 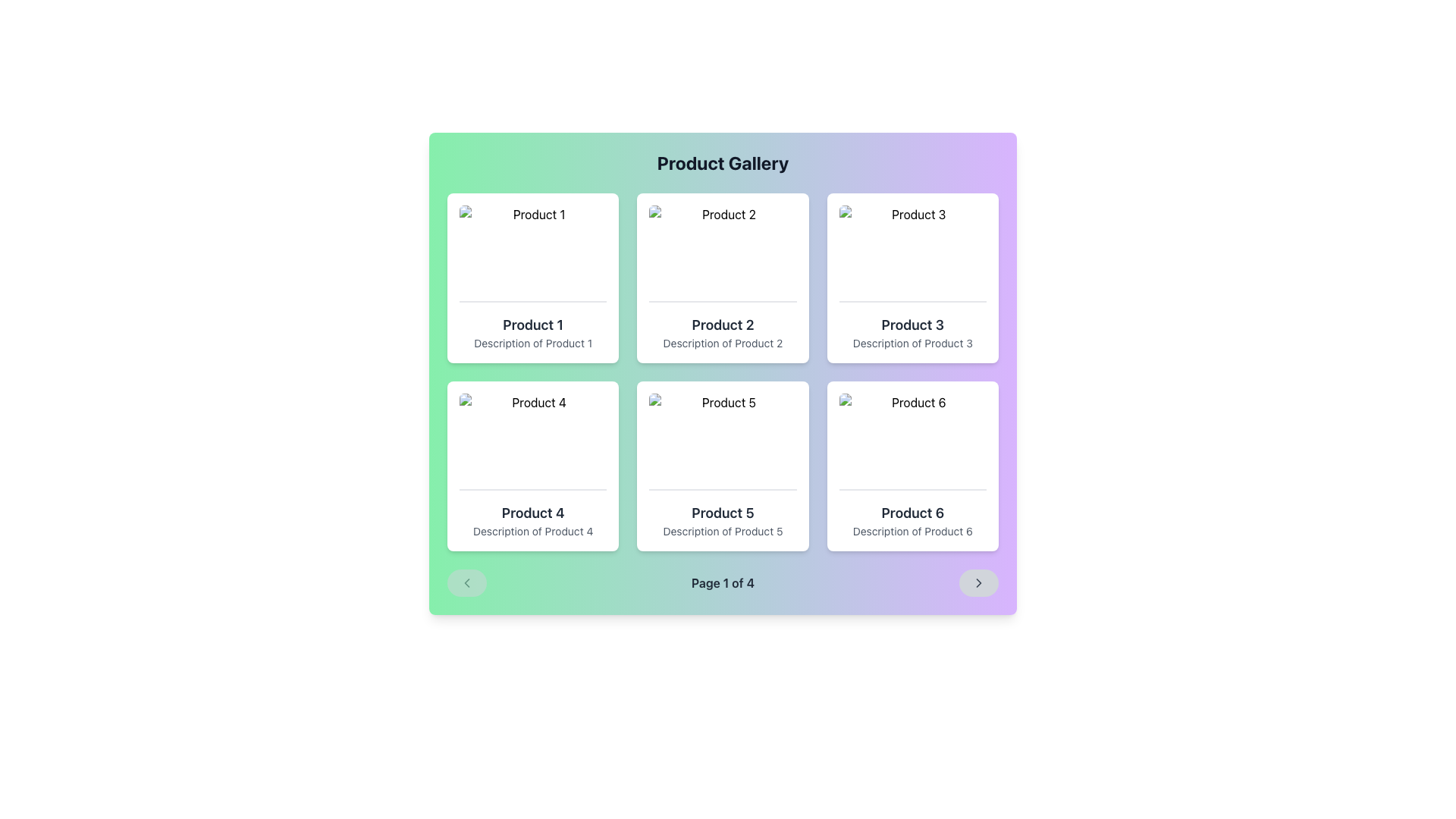 I want to click on the illustrative image component representing 'Product 5' which is centrally located in the second row, fifth column of the grid layout, so click(x=722, y=441).